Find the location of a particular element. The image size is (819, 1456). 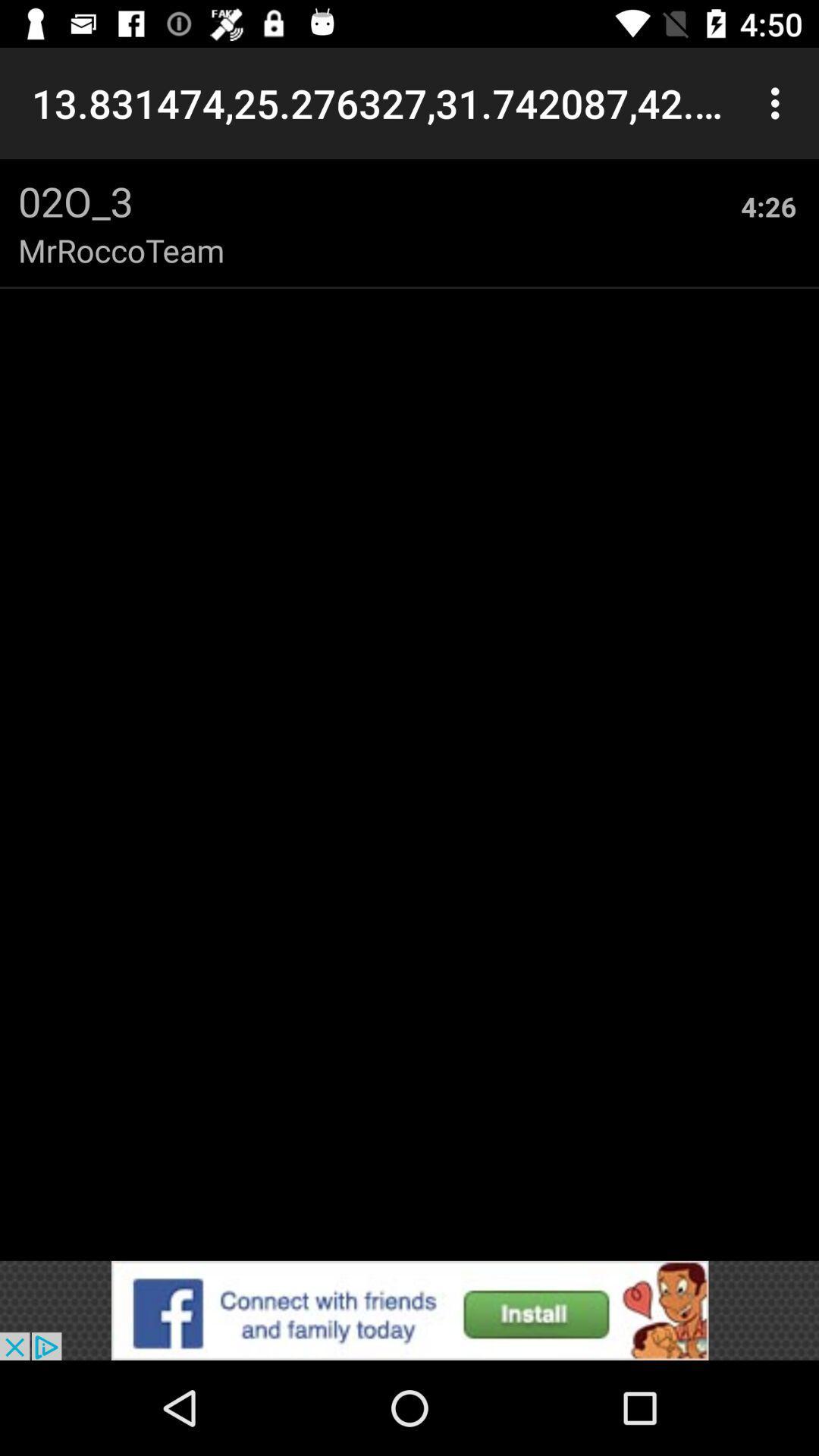

advertisement is located at coordinates (409, 1310).